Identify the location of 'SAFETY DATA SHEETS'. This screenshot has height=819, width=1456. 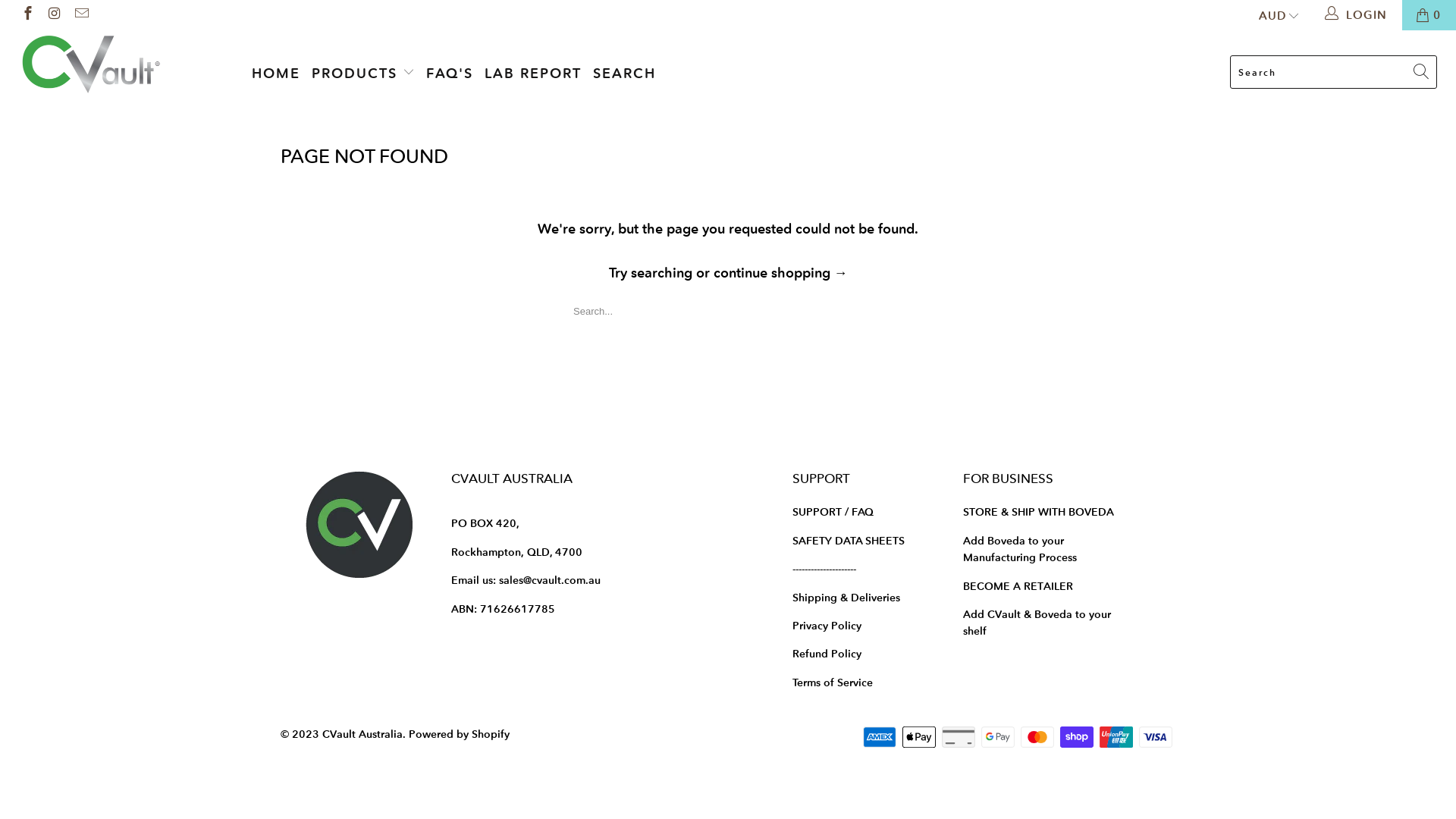
(792, 540).